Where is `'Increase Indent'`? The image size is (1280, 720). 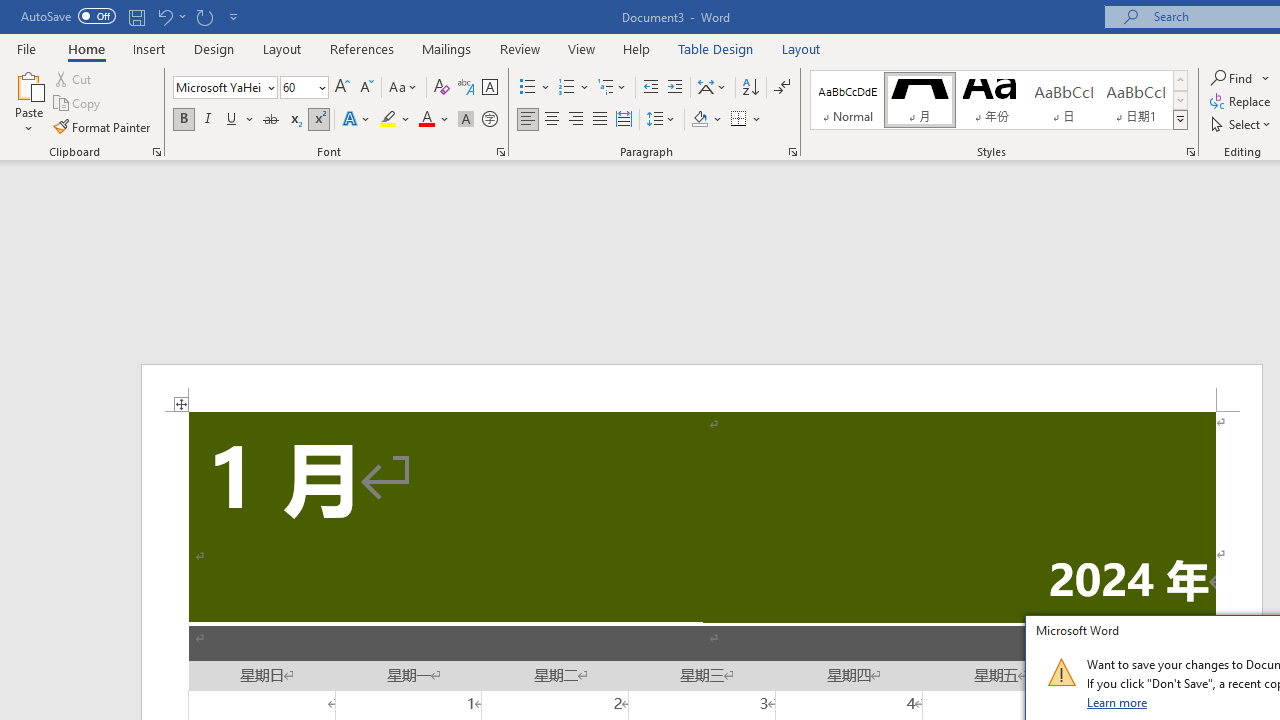
'Increase Indent' is located at coordinates (675, 86).